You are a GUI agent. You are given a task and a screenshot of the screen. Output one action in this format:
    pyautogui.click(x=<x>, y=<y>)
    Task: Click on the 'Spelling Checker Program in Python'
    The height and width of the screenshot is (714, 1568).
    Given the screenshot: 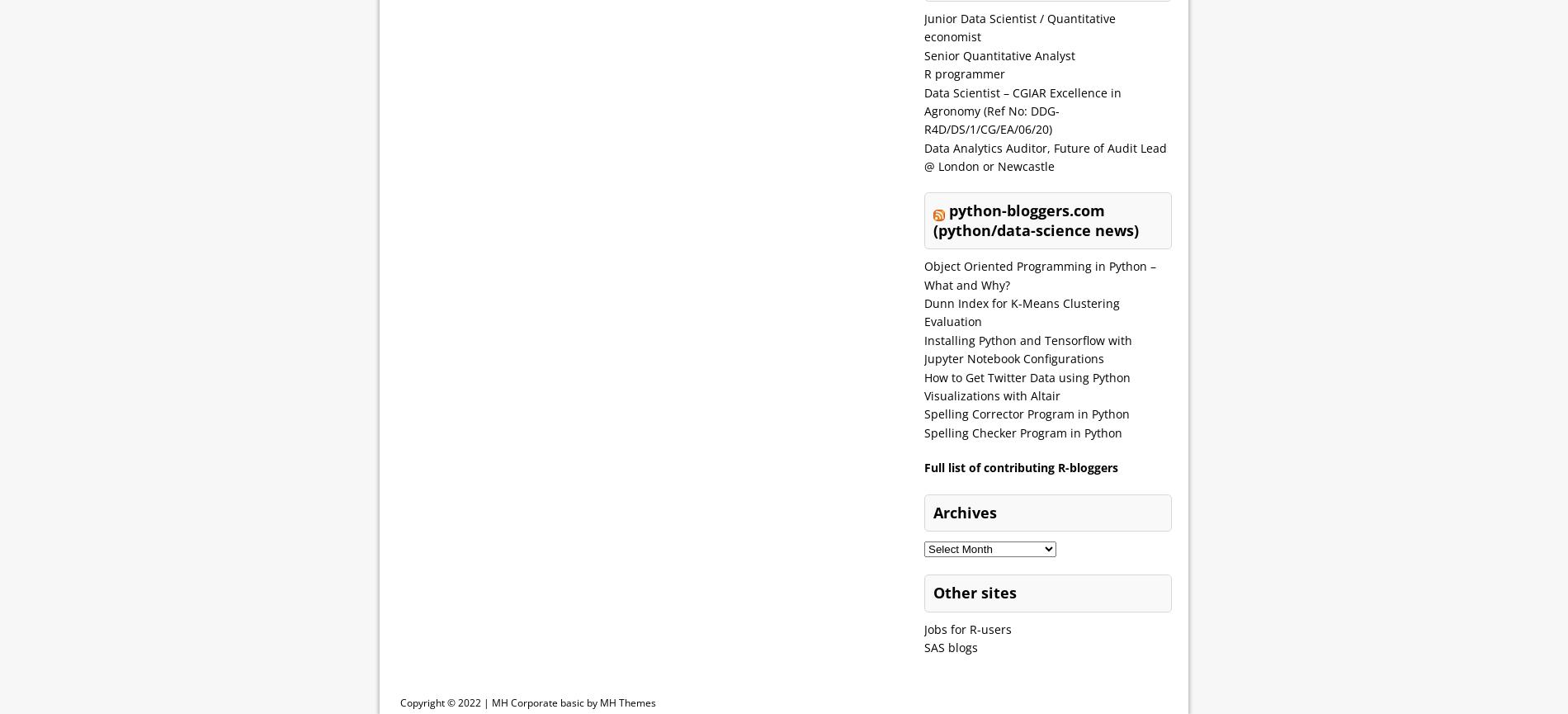 What is the action you would take?
    pyautogui.click(x=1022, y=431)
    